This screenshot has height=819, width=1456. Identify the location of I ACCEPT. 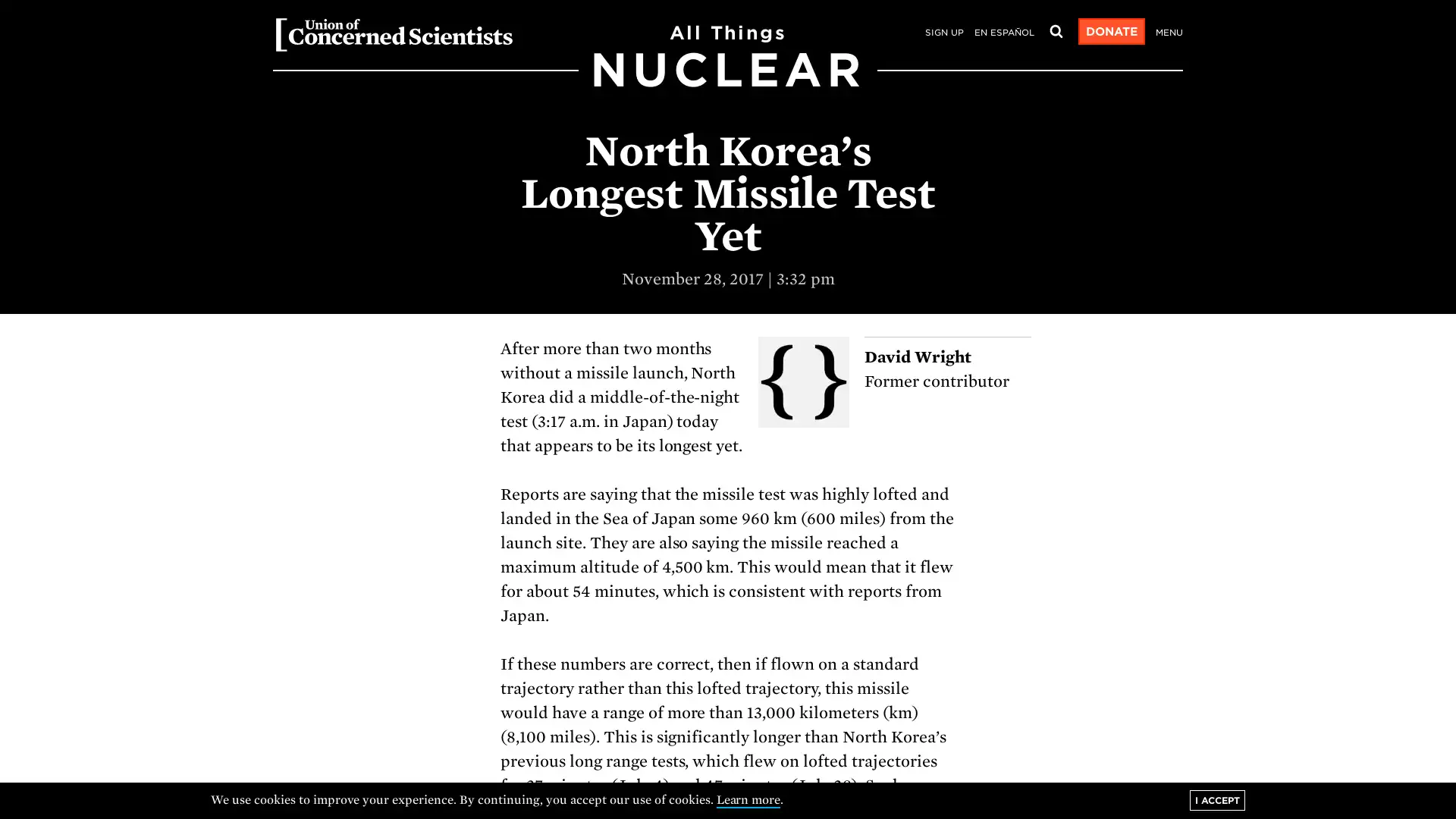
(1217, 799).